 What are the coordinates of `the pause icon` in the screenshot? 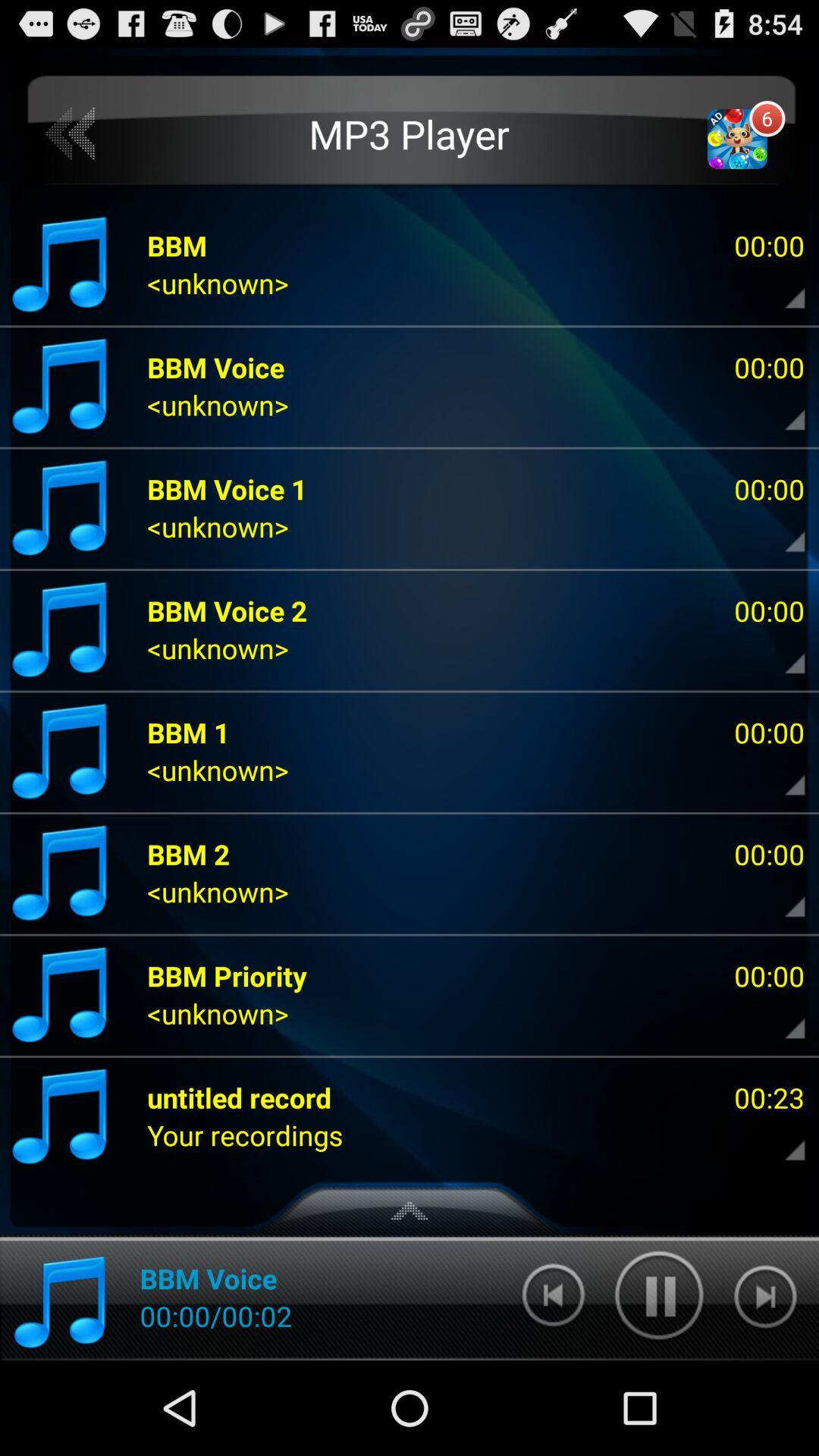 It's located at (658, 1386).